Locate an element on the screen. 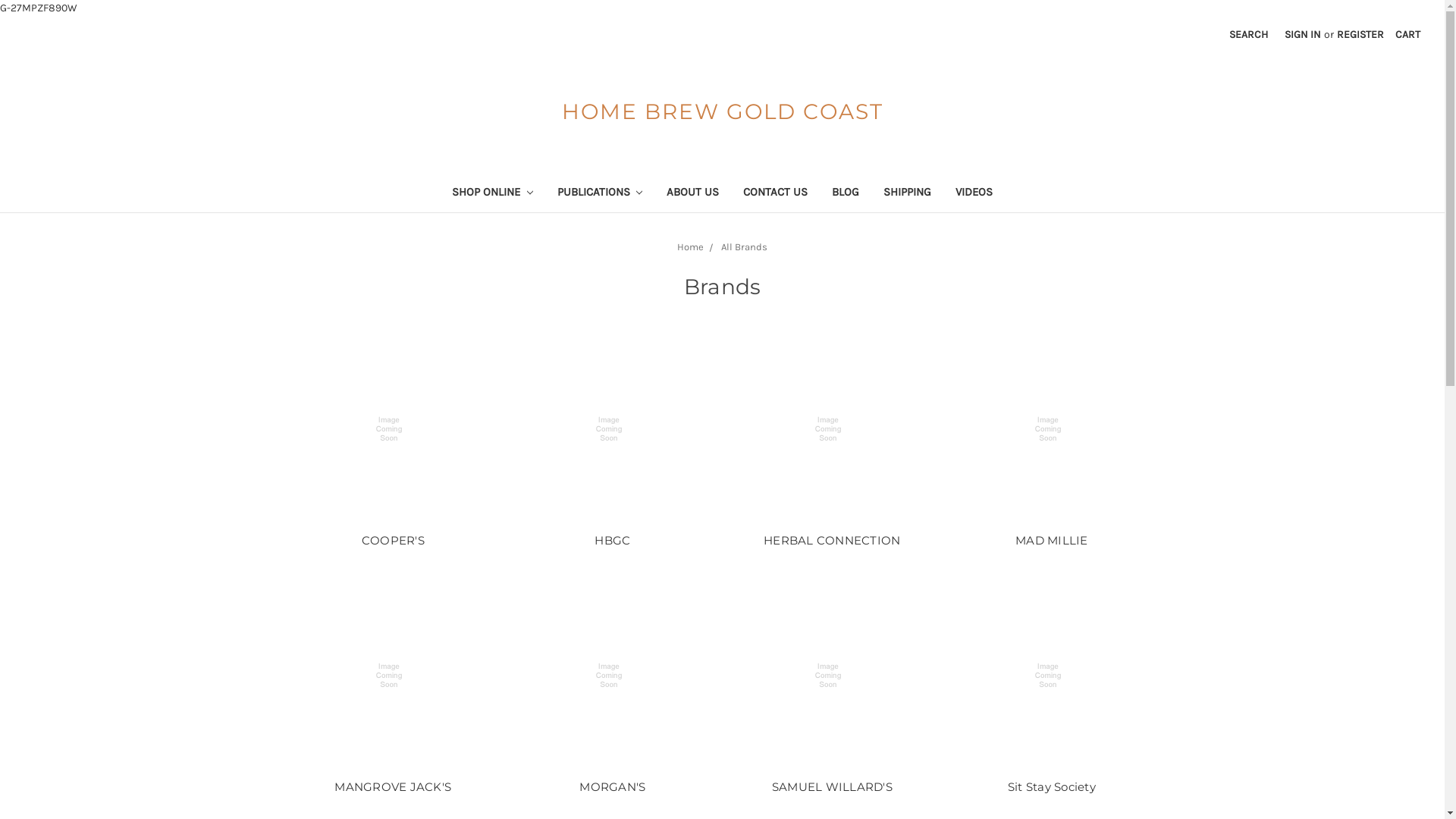 The width and height of the screenshot is (1456, 819). 'PUBLICATIONS' is located at coordinates (598, 193).